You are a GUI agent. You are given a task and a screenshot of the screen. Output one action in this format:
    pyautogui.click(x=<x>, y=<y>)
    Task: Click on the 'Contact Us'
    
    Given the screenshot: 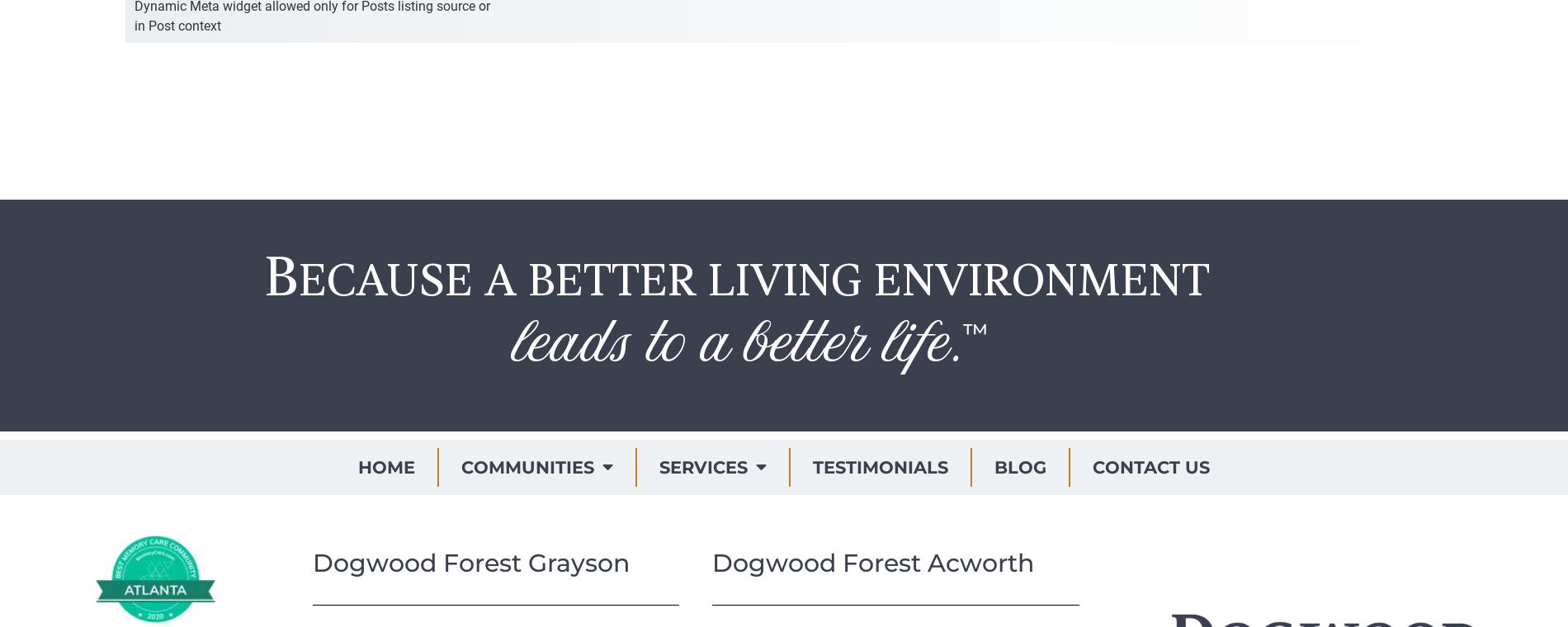 What is the action you would take?
    pyautogui.click(x=1150, y=466)
    